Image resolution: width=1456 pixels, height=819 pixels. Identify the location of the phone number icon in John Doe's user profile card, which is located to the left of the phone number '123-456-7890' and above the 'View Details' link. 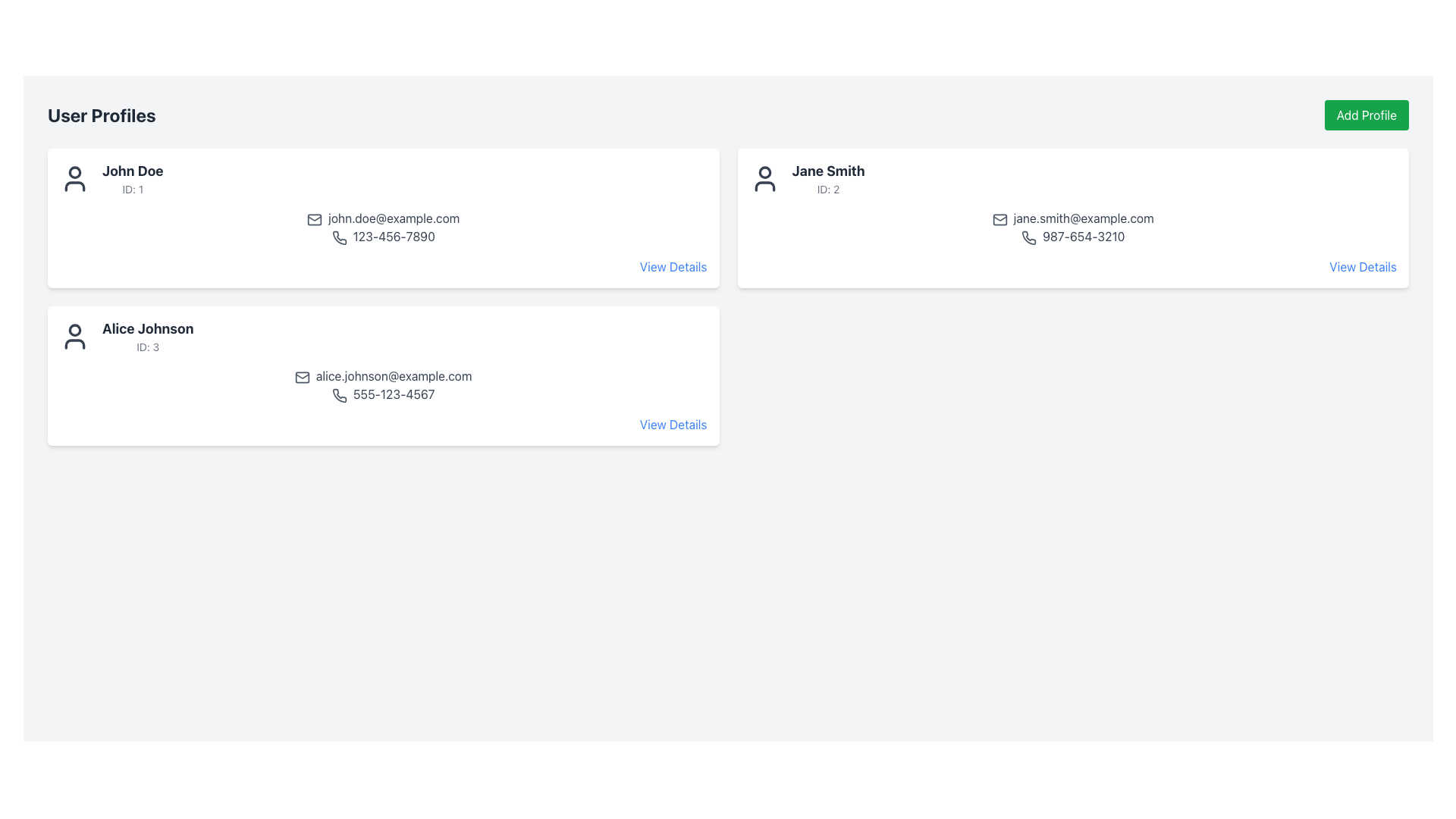
(338, 237).